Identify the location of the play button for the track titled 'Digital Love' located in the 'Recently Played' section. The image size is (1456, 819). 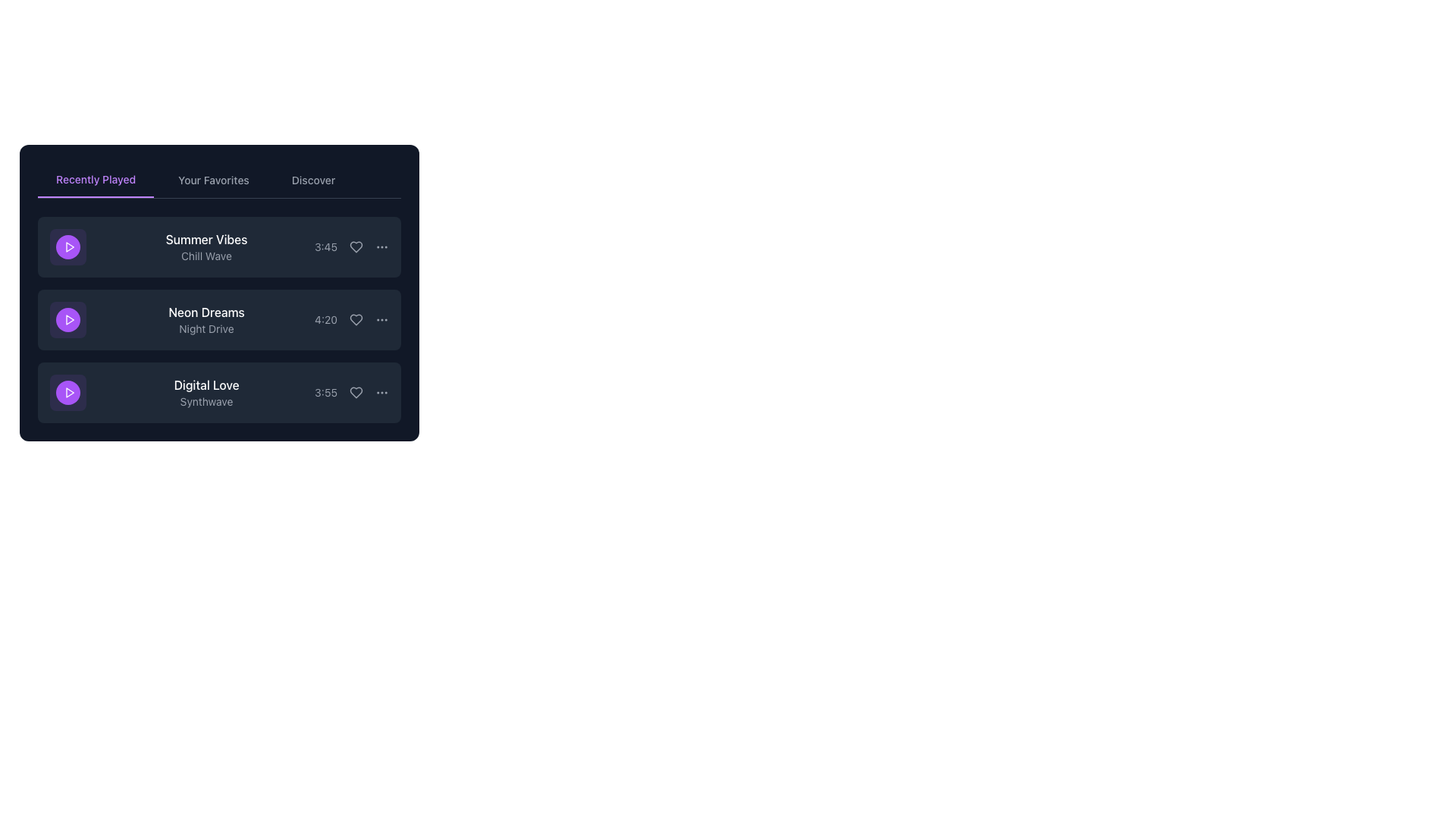
(67, 391).